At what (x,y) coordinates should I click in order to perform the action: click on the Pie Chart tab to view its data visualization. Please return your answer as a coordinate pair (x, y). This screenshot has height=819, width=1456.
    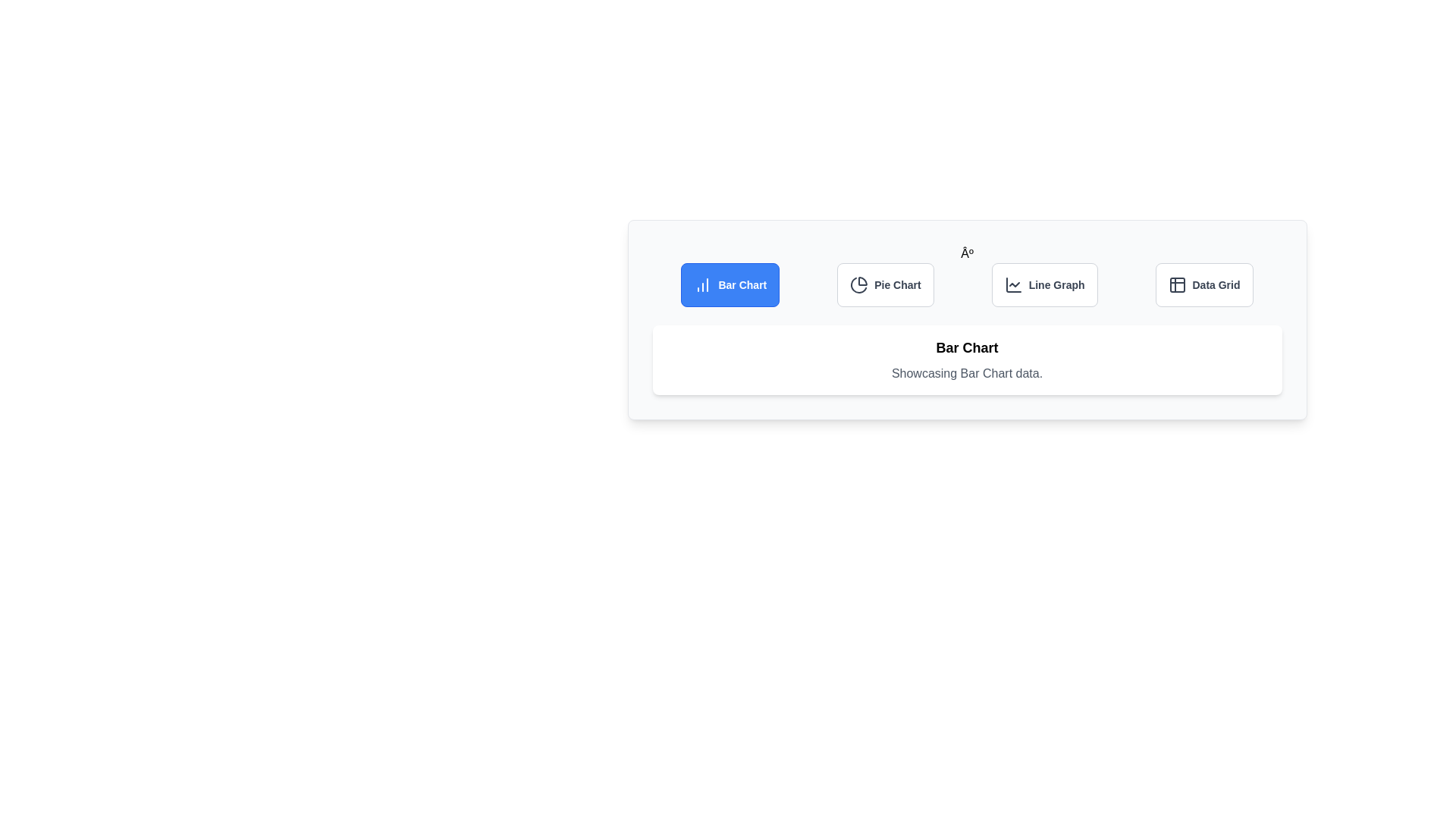
    Looking at the image, I should click on (885, 284).